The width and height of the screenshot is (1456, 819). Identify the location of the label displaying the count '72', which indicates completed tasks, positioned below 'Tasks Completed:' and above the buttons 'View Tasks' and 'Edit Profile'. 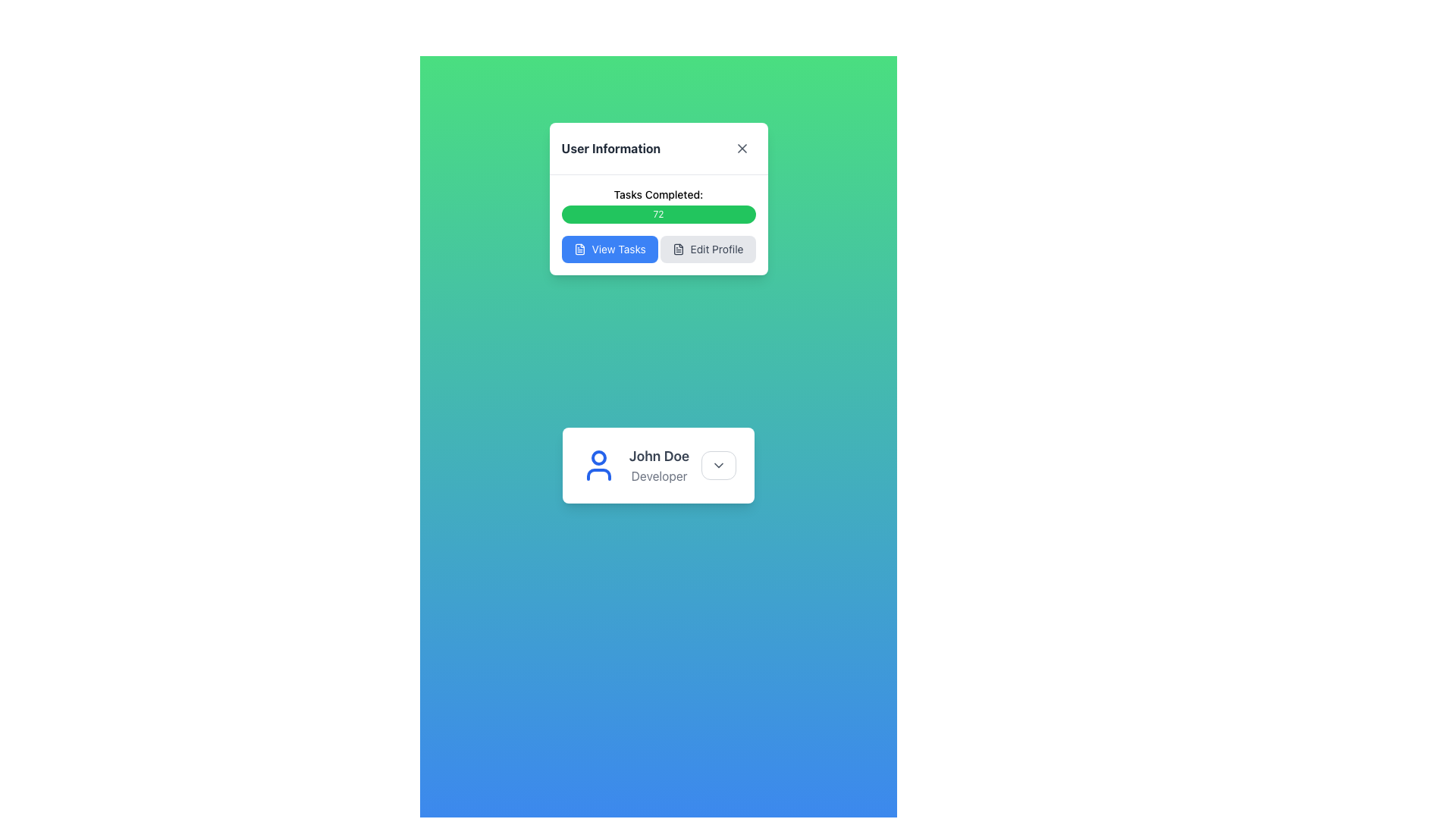
(658, 214).